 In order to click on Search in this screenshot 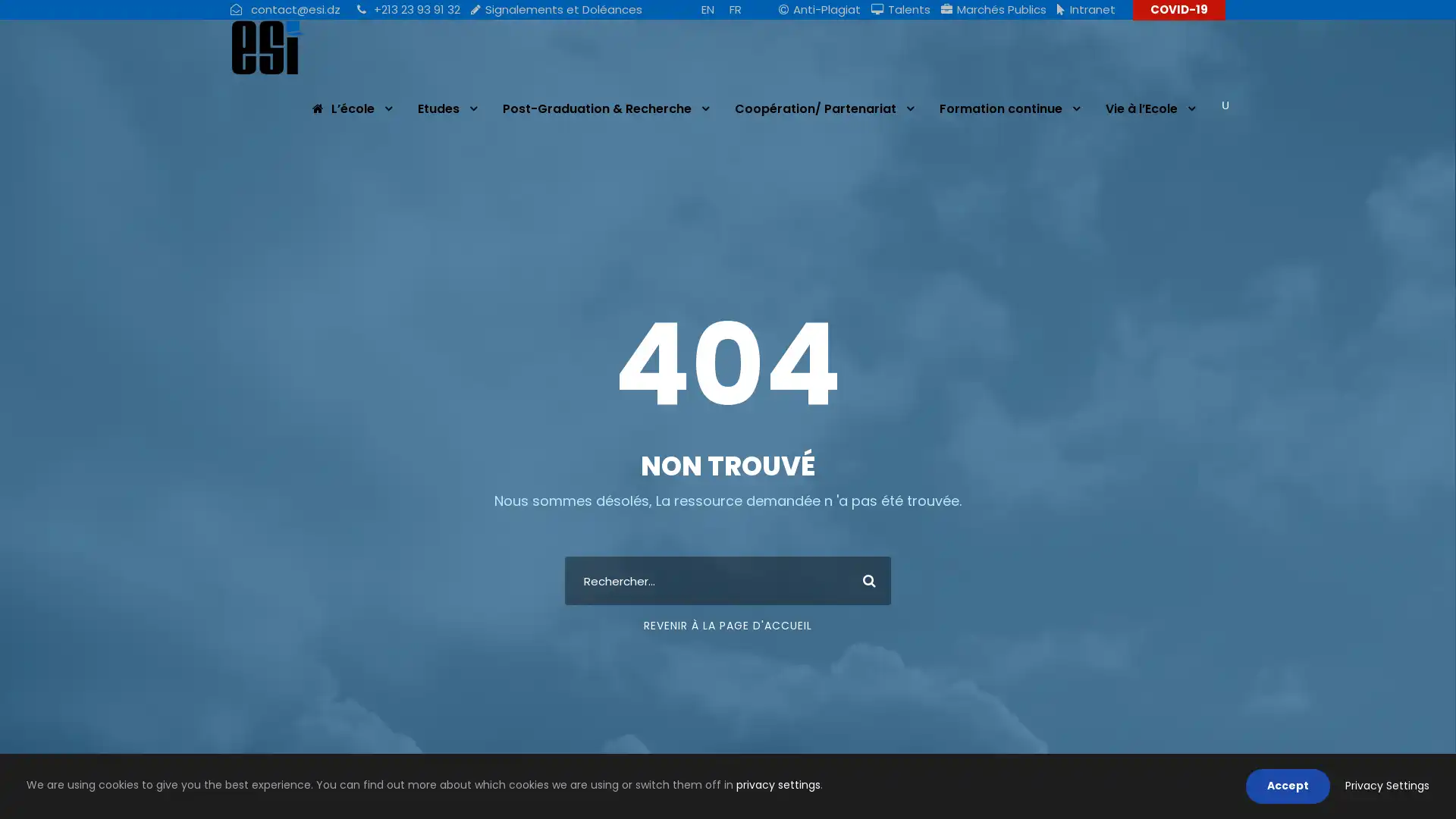, I will do `click(866, 580)`.